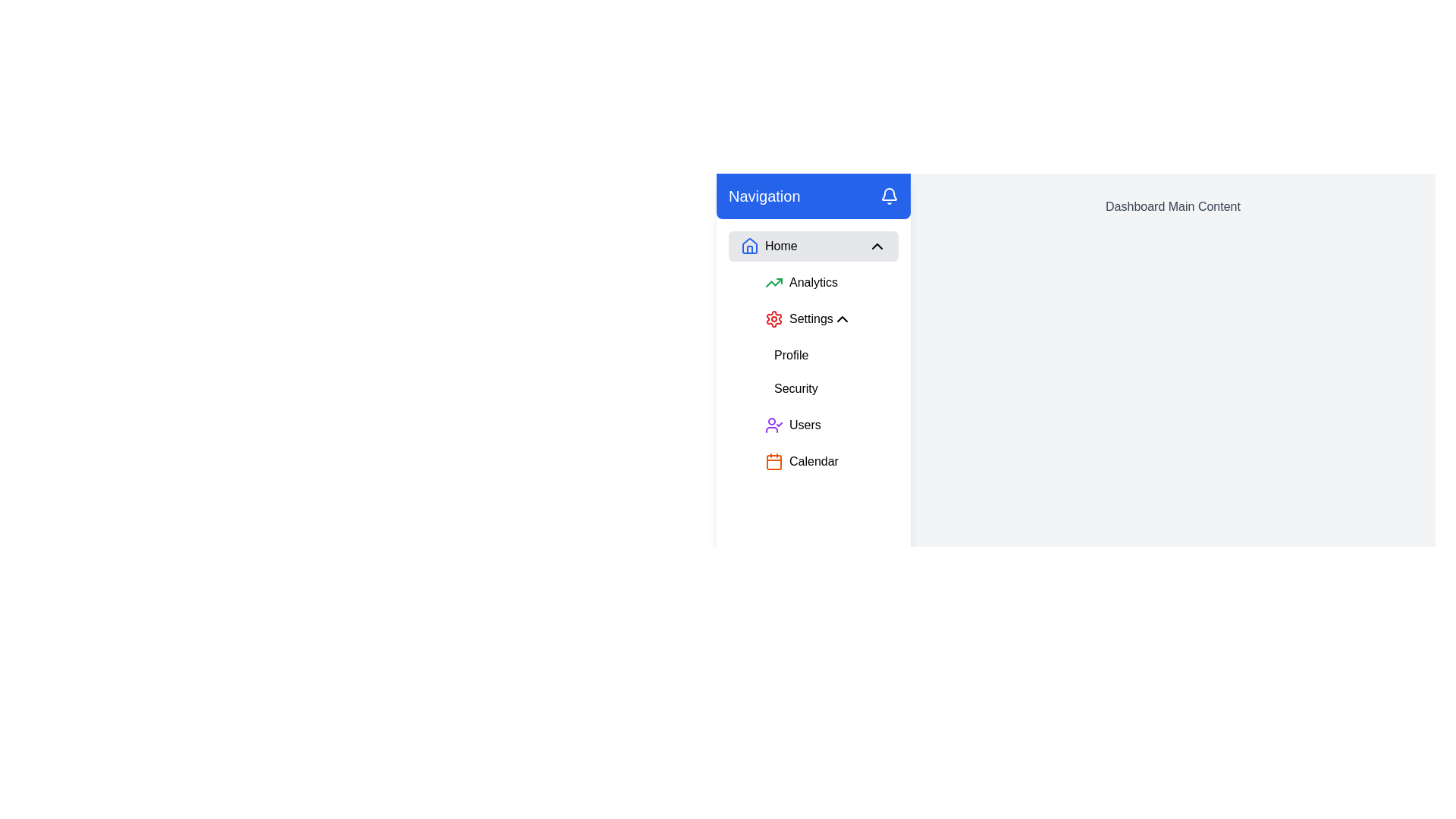 The width and height of the screenshot is (1456, 819). I want to click on the individual menu items of the vertical navigation sidebar, so click(813, 353).